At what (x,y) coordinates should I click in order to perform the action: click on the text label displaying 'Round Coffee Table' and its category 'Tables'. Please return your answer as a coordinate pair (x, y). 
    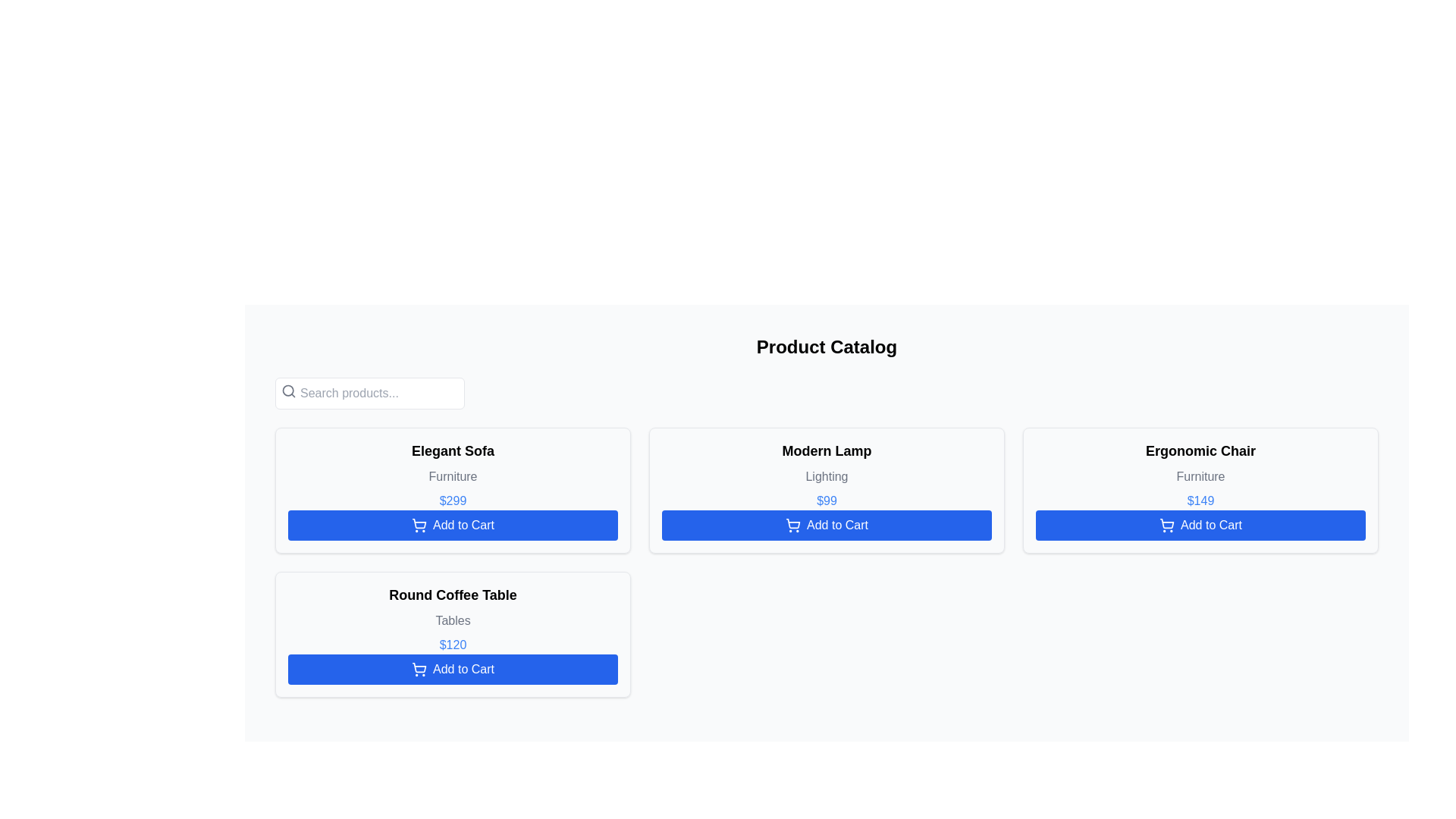
    Looking at the image, I should click on (452, 607).